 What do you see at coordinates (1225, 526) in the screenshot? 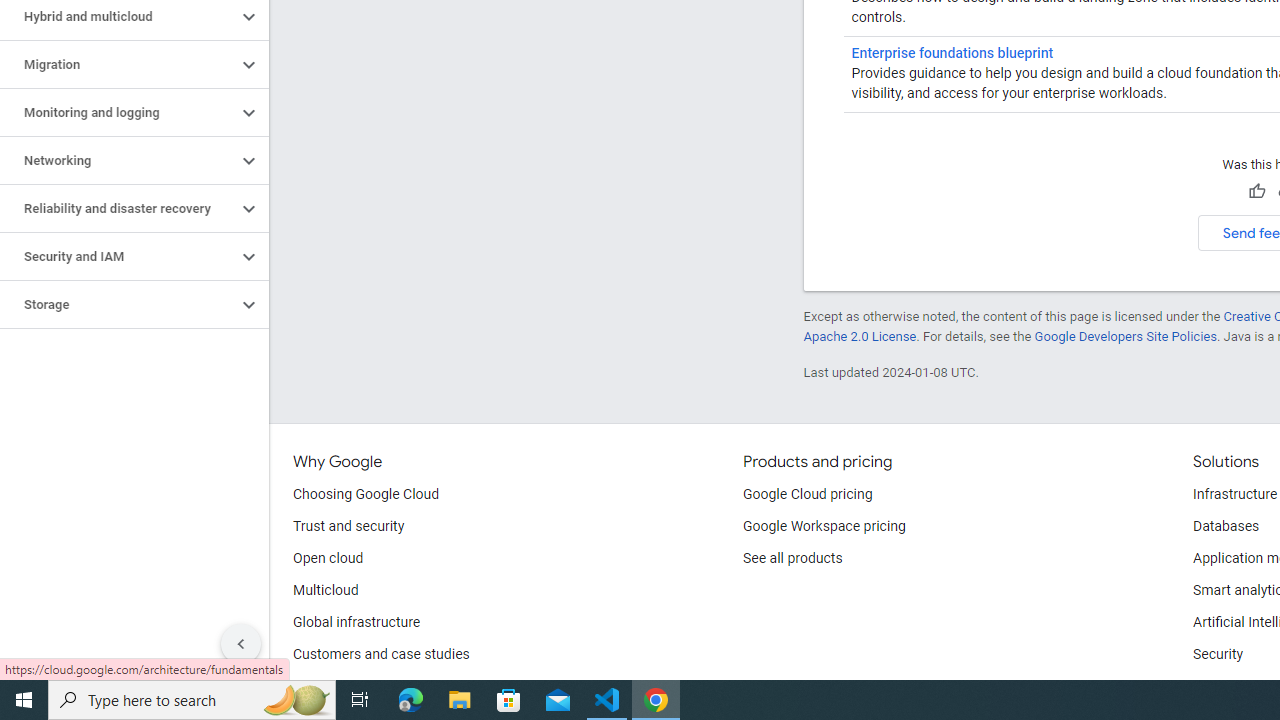
I see `'Databases'` at bounding box center [1225, 526].